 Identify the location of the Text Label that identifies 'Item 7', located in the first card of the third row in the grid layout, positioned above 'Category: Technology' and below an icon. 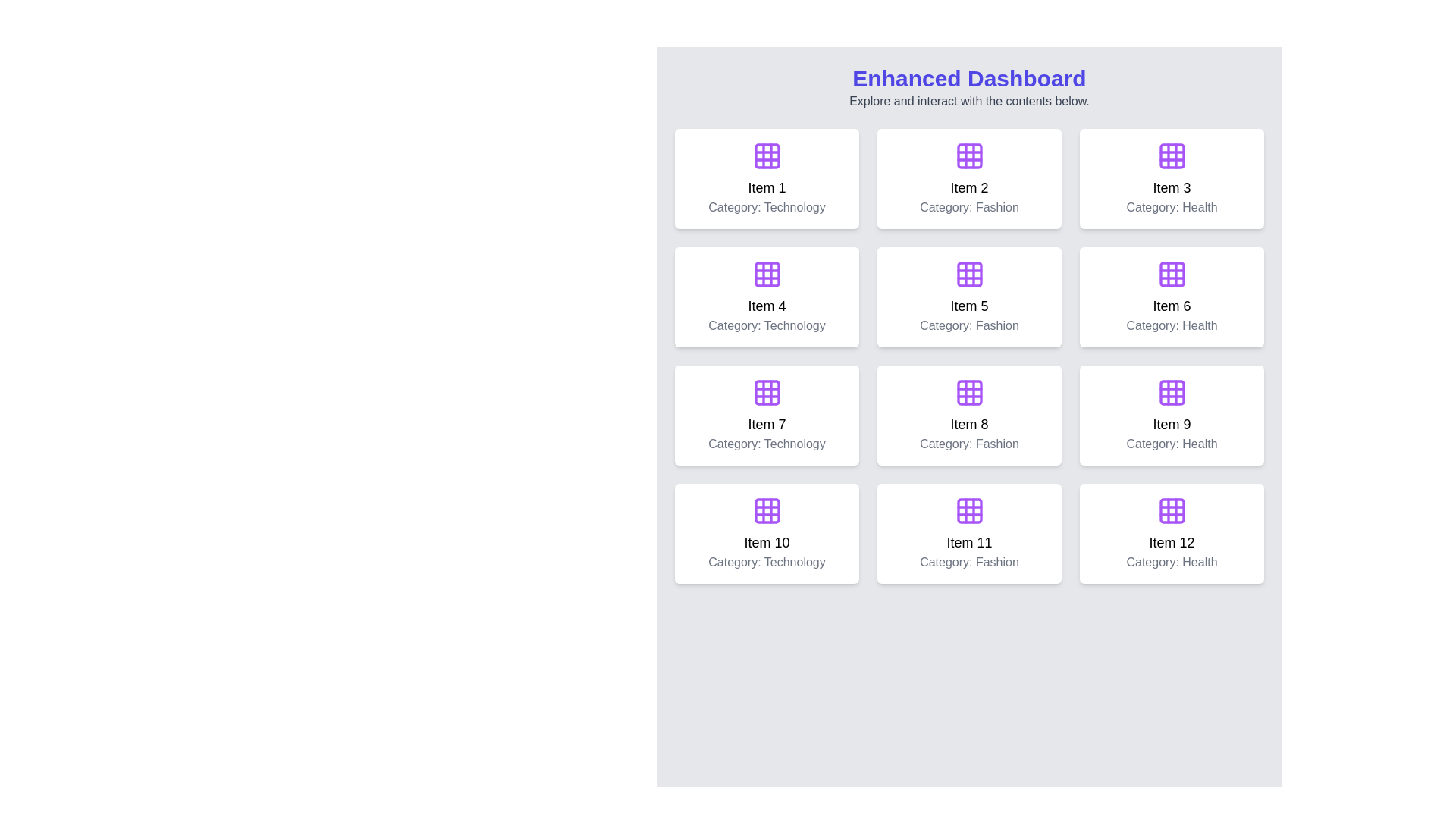
(767, 424).